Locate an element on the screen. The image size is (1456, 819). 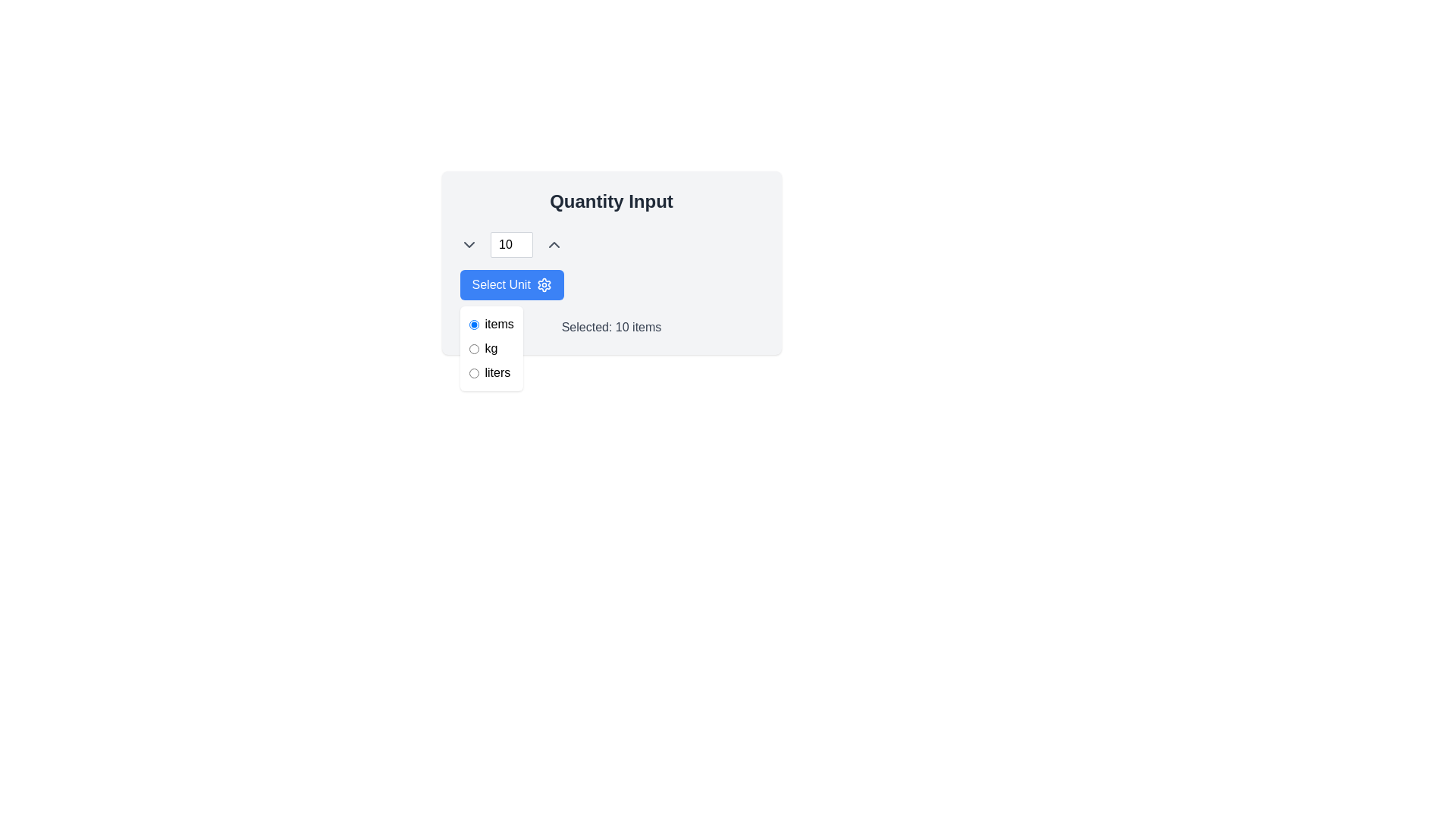
the radio button labeled 'liters' is located at coordinates (491, 373).